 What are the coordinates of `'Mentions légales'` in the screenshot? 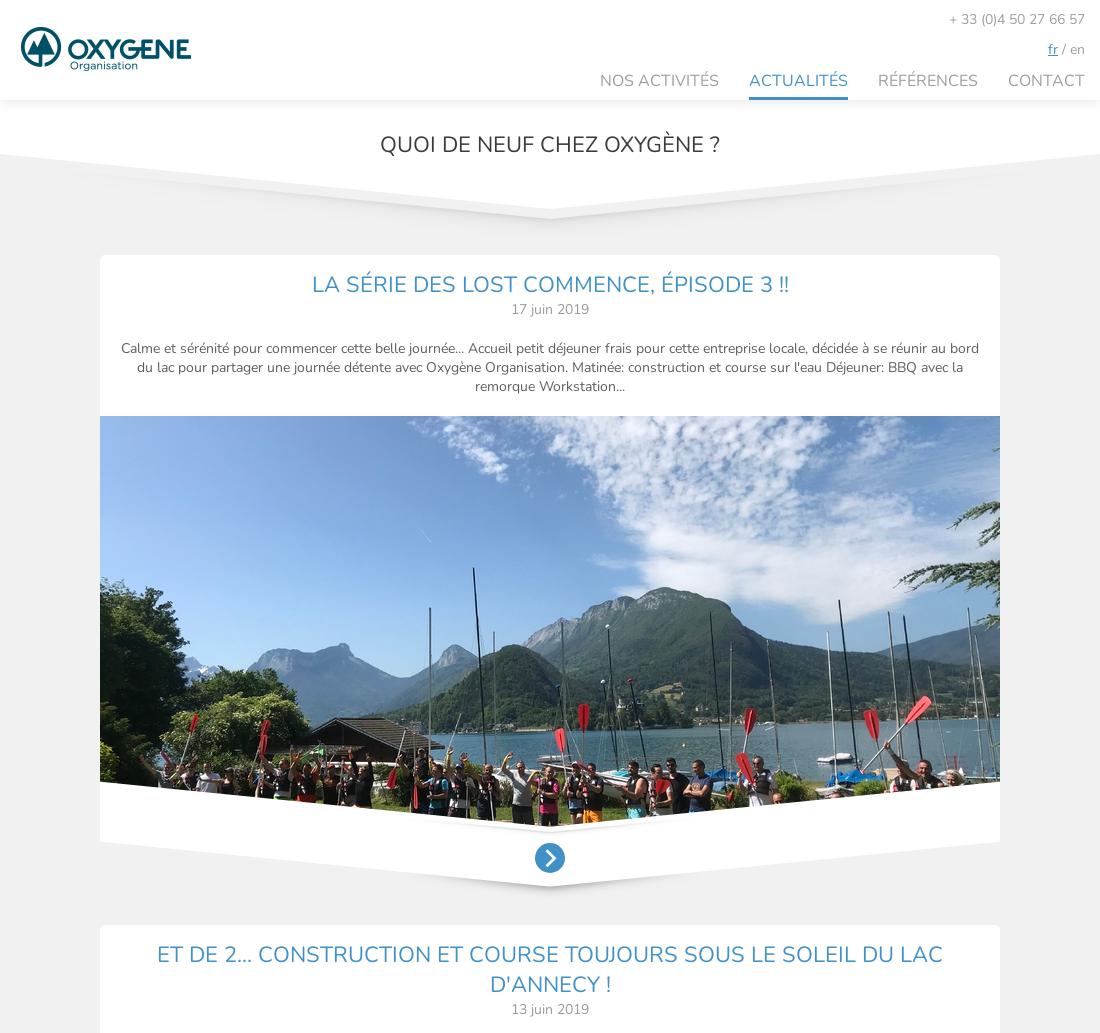 It's located at (910, 960).